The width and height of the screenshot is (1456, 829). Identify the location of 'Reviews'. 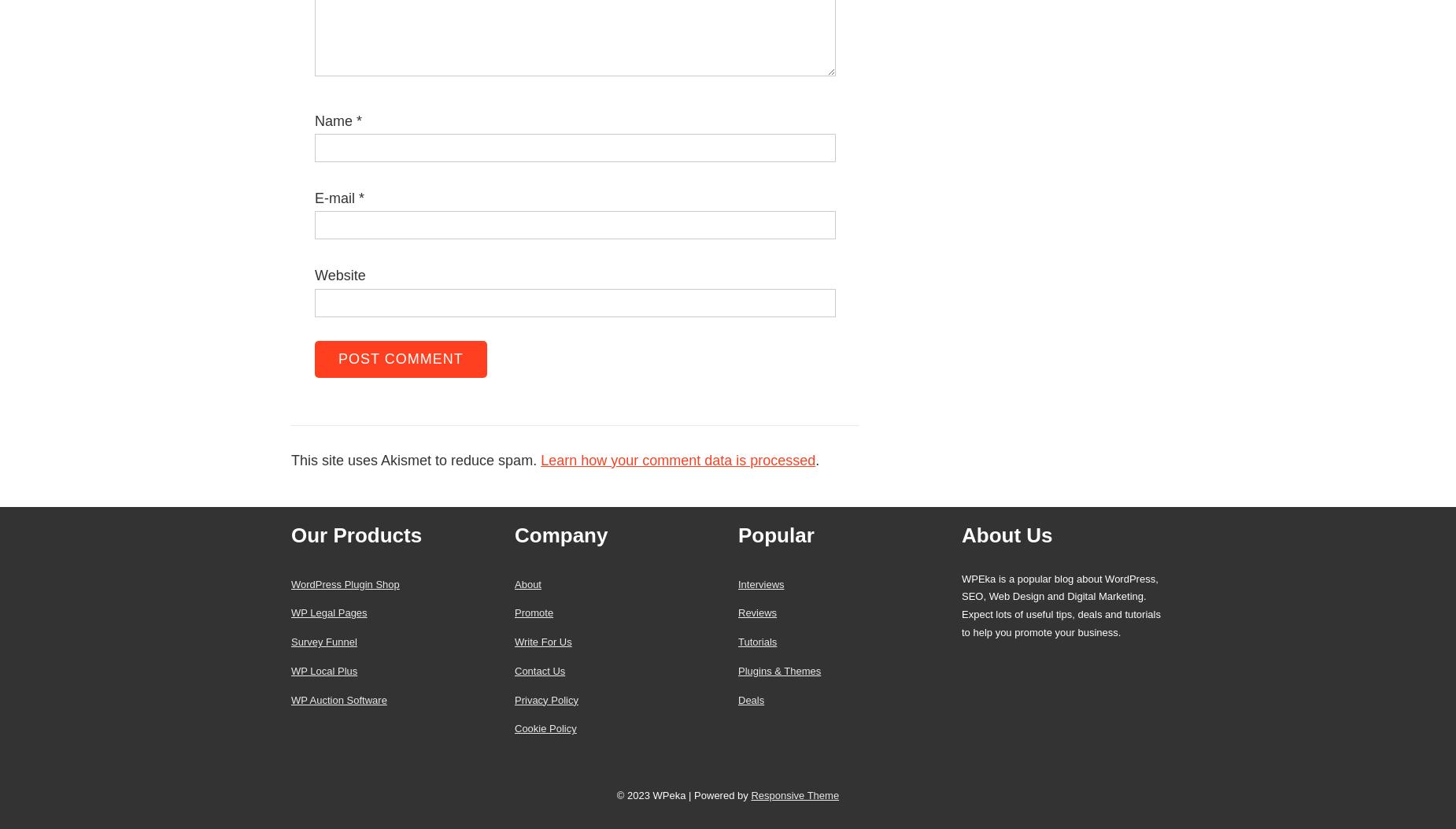
(756, 612).